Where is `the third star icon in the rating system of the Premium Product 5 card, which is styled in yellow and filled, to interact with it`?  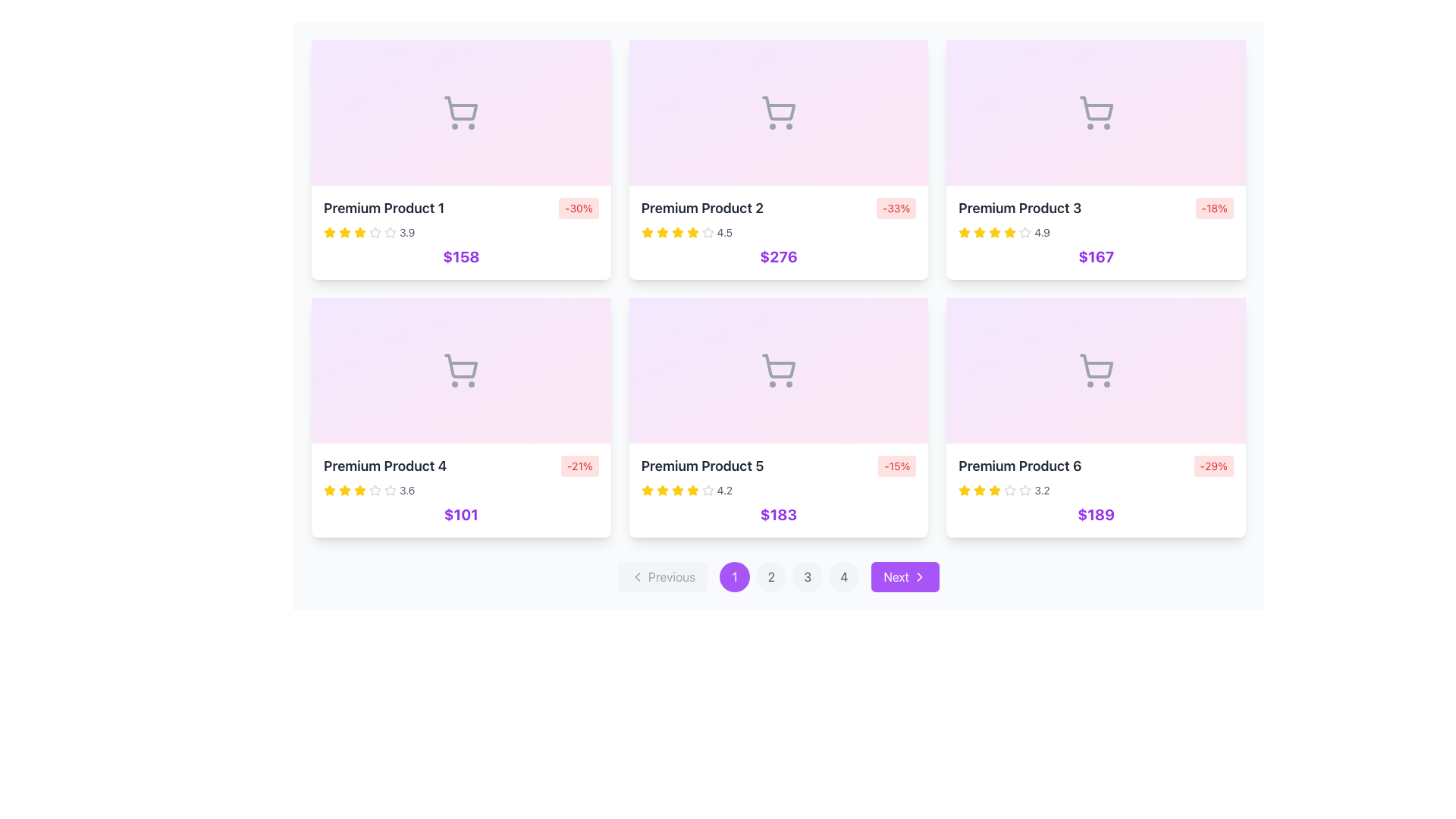 the third star icon in the rating system of the Premium Product 5 card, which is styled in yellow and filled, to interact with it is located at coordinates (662, 491).